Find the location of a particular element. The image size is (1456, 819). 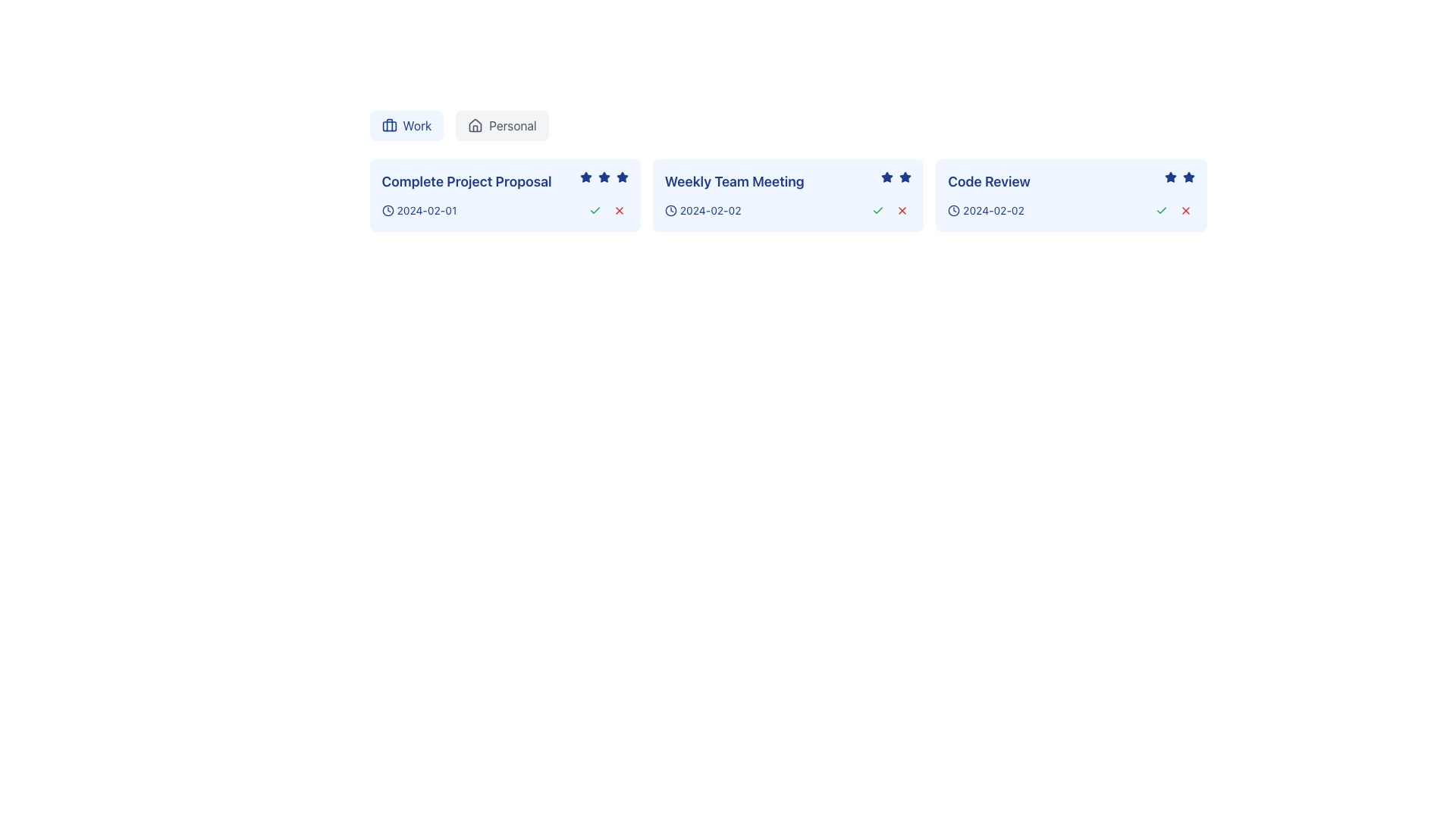

the static text element titled 'Complete Project Proposal' which is styled in bold blue font and is the leading heading of the first card is located at coordinates (505, 180).